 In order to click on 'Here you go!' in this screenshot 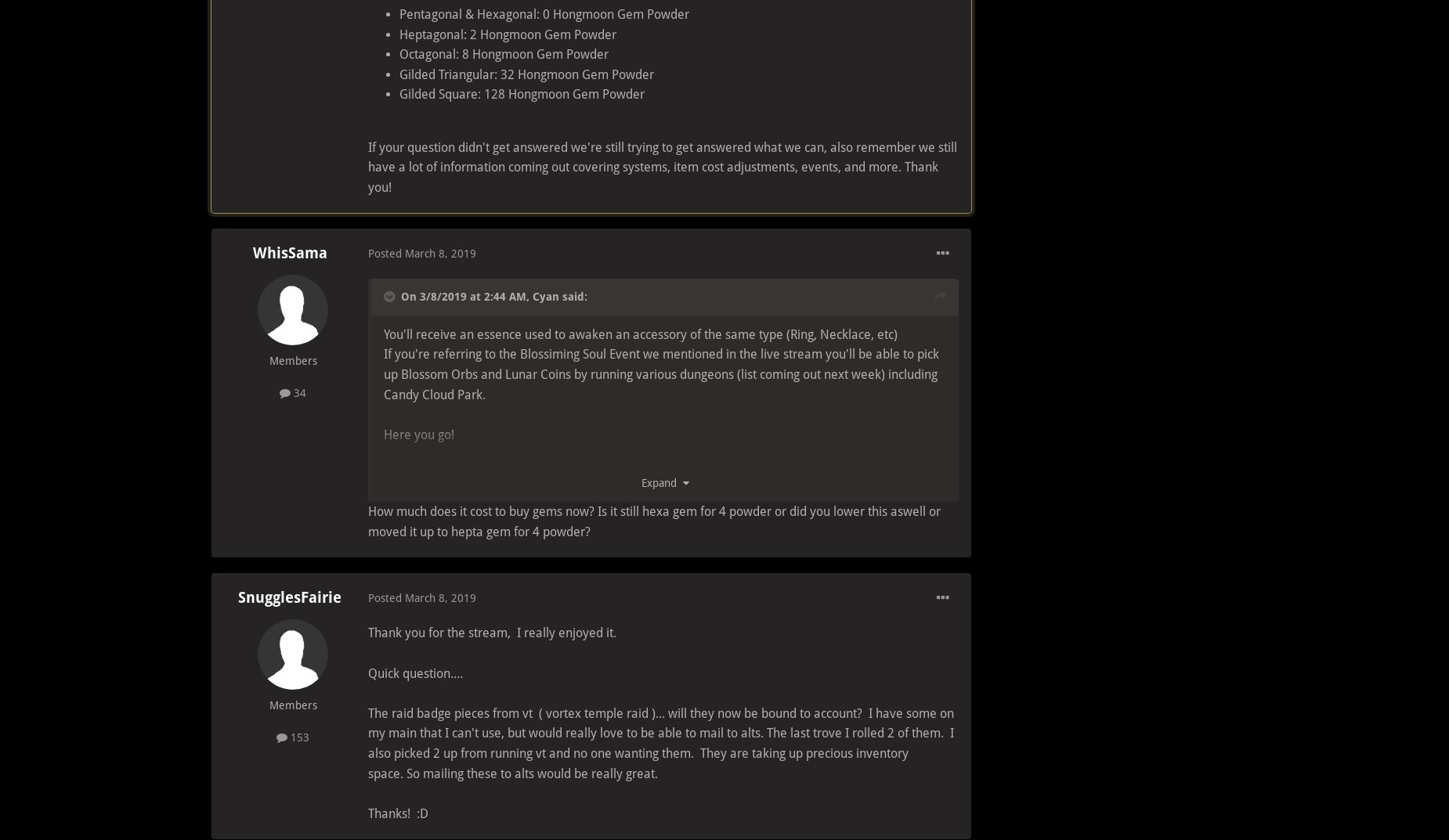, I will do `click(421, 434)`.